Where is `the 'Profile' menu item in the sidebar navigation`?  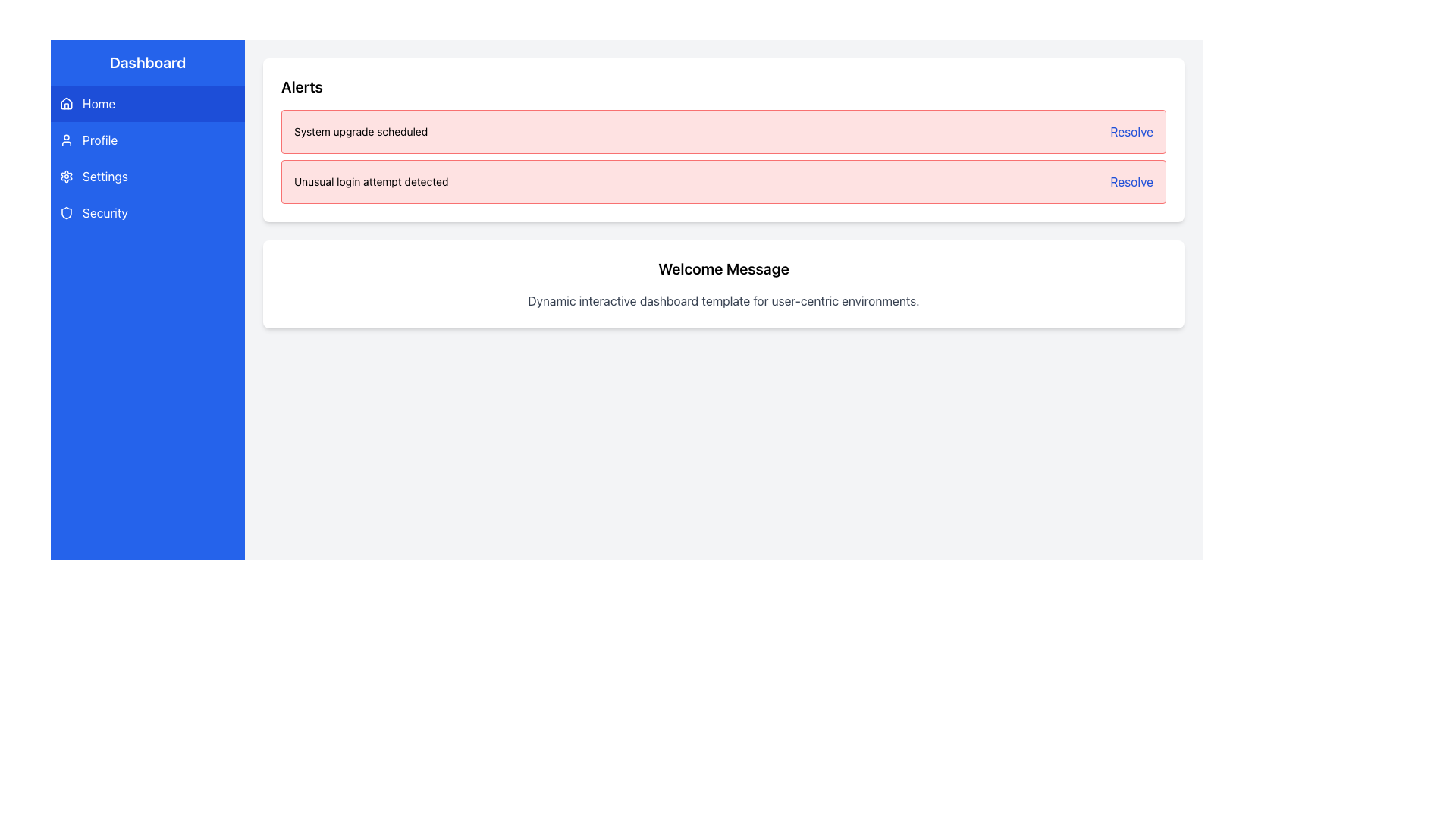
the 'Profile' menu item in the sidebar navigation is located at coordinates (148, 158).